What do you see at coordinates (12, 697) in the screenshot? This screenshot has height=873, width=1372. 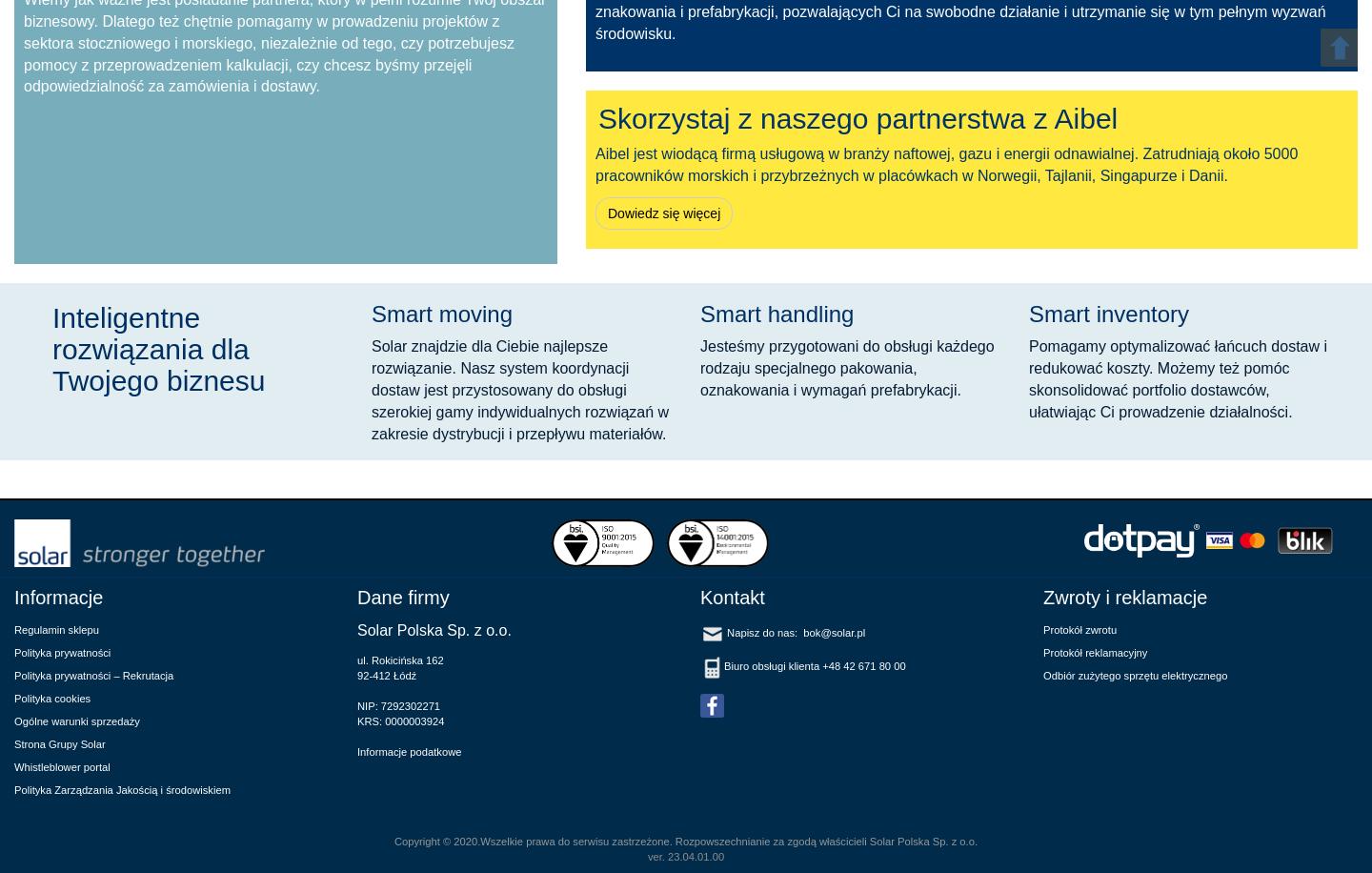 I see `'Polityka cookies'` at bounding box center [12, 697].